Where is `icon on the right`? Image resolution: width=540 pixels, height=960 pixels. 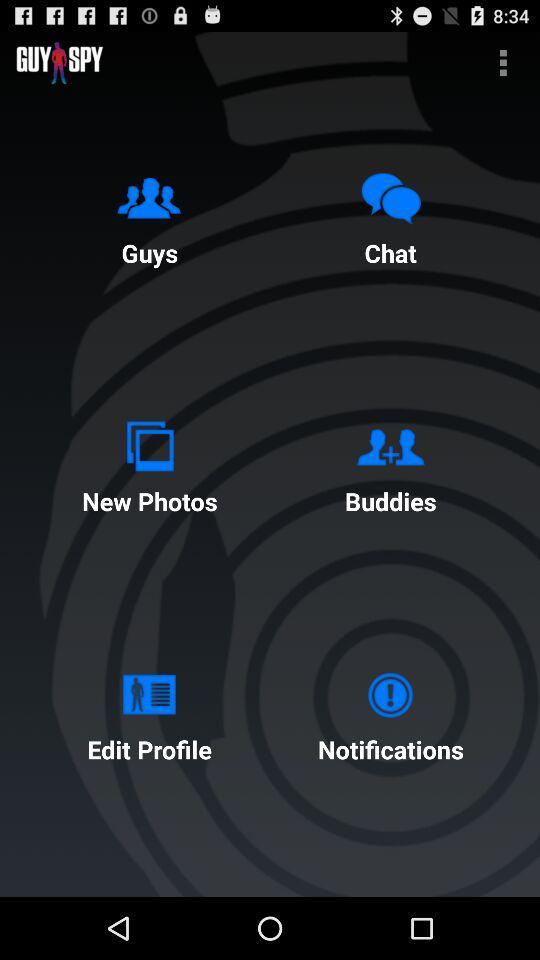 icon on the right is located at coordinates (390, 463).